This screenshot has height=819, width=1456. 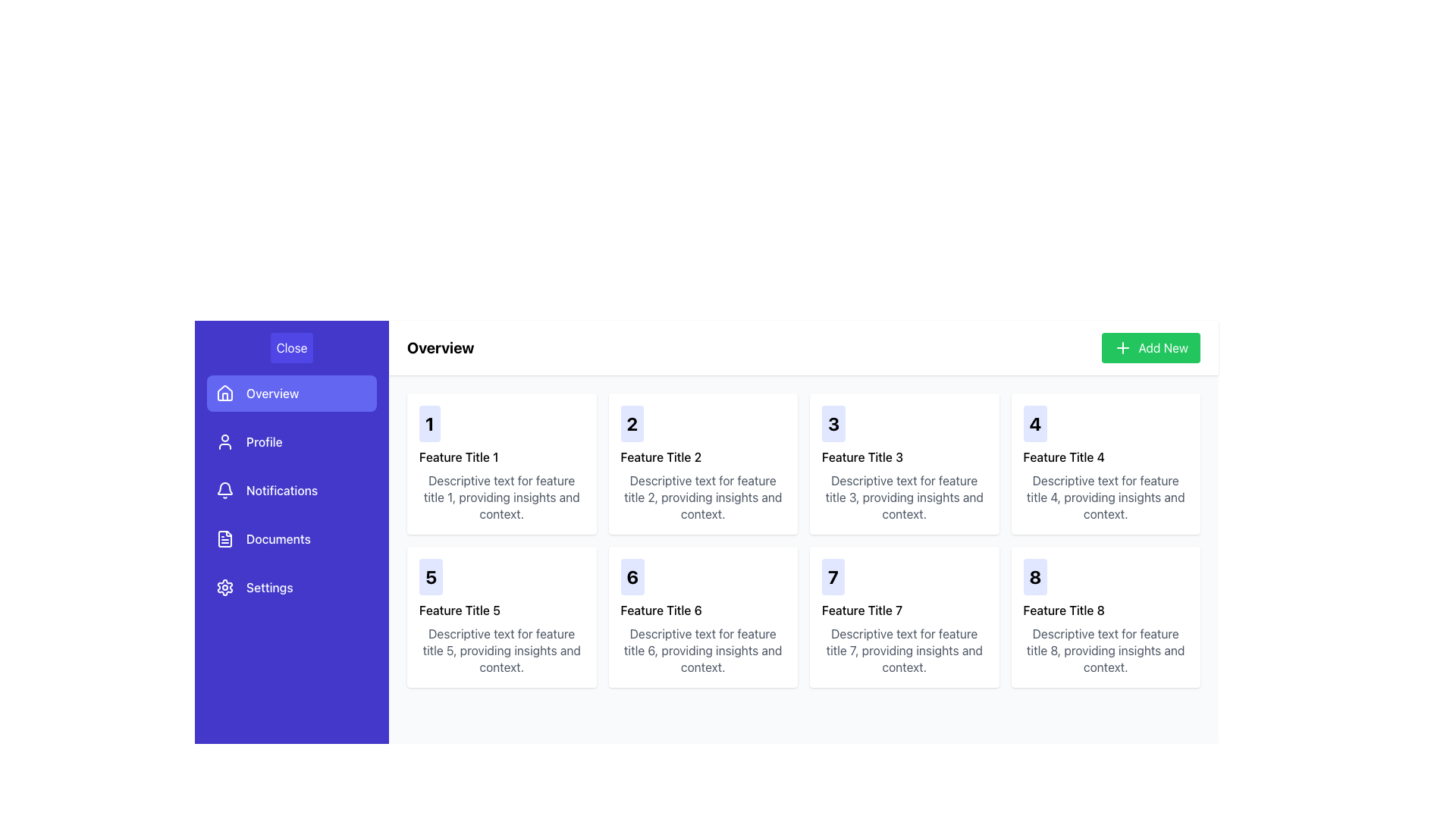 What do you see at coordinates (291, 348) in the screenshot?
I see `the button that closes the navigation menu, located at the top of the vertical navigation menu on the left side of the page, to trigger hover effects` at bounding box center [291, 348].